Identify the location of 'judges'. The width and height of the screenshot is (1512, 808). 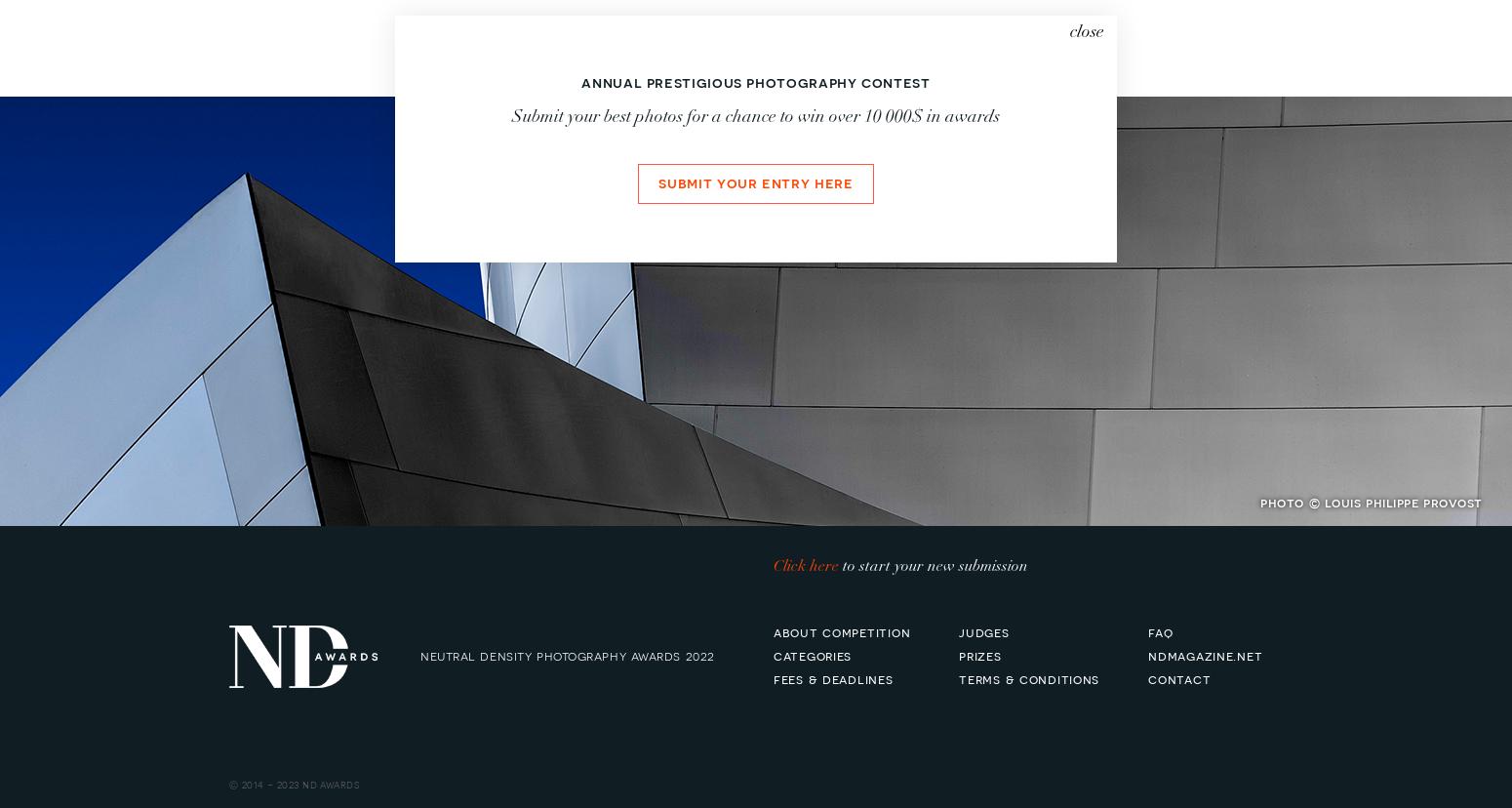
(958, 630).